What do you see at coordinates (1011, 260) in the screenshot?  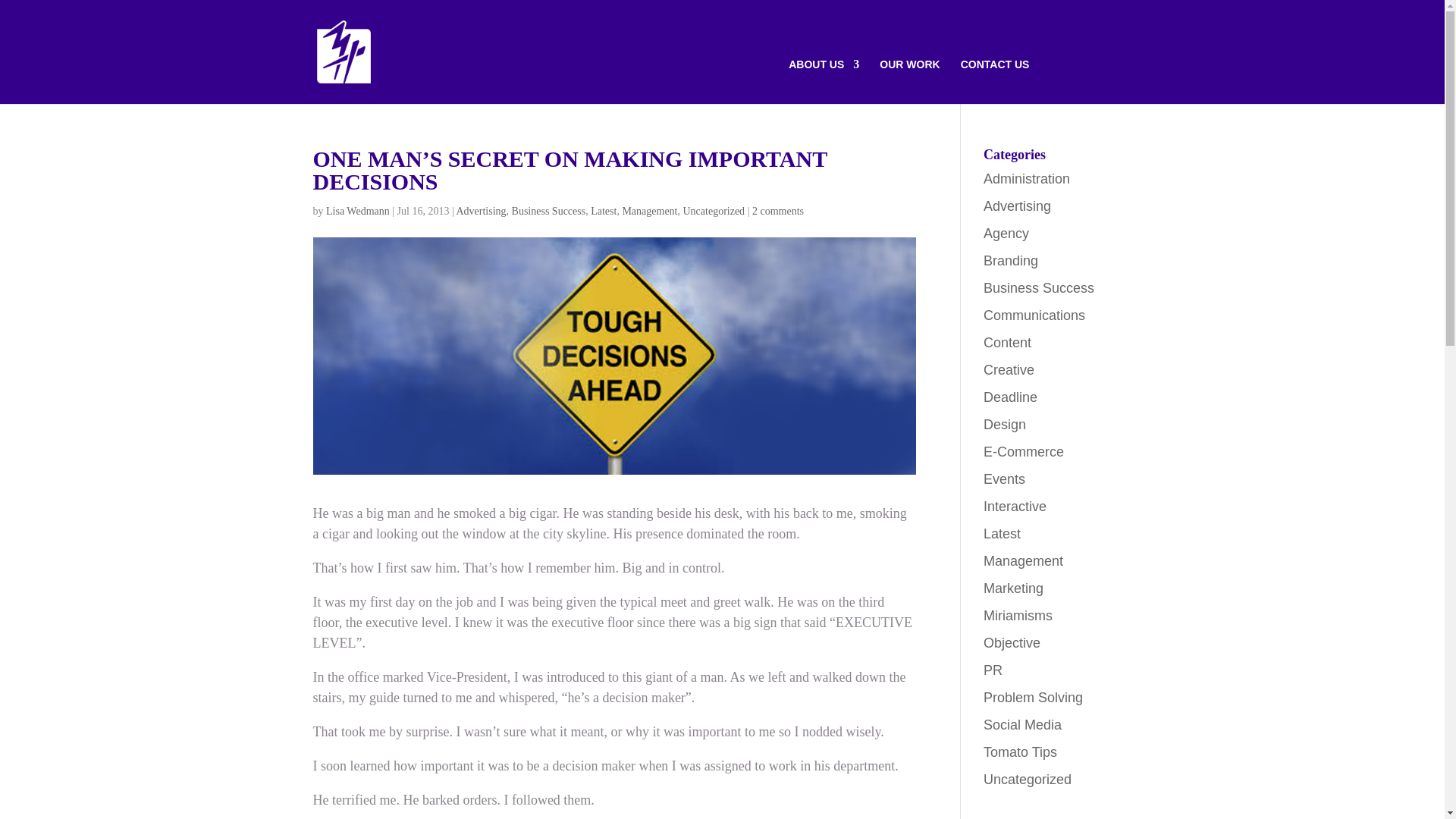 I see `'Branding'` at bounding box center [1011, 260].